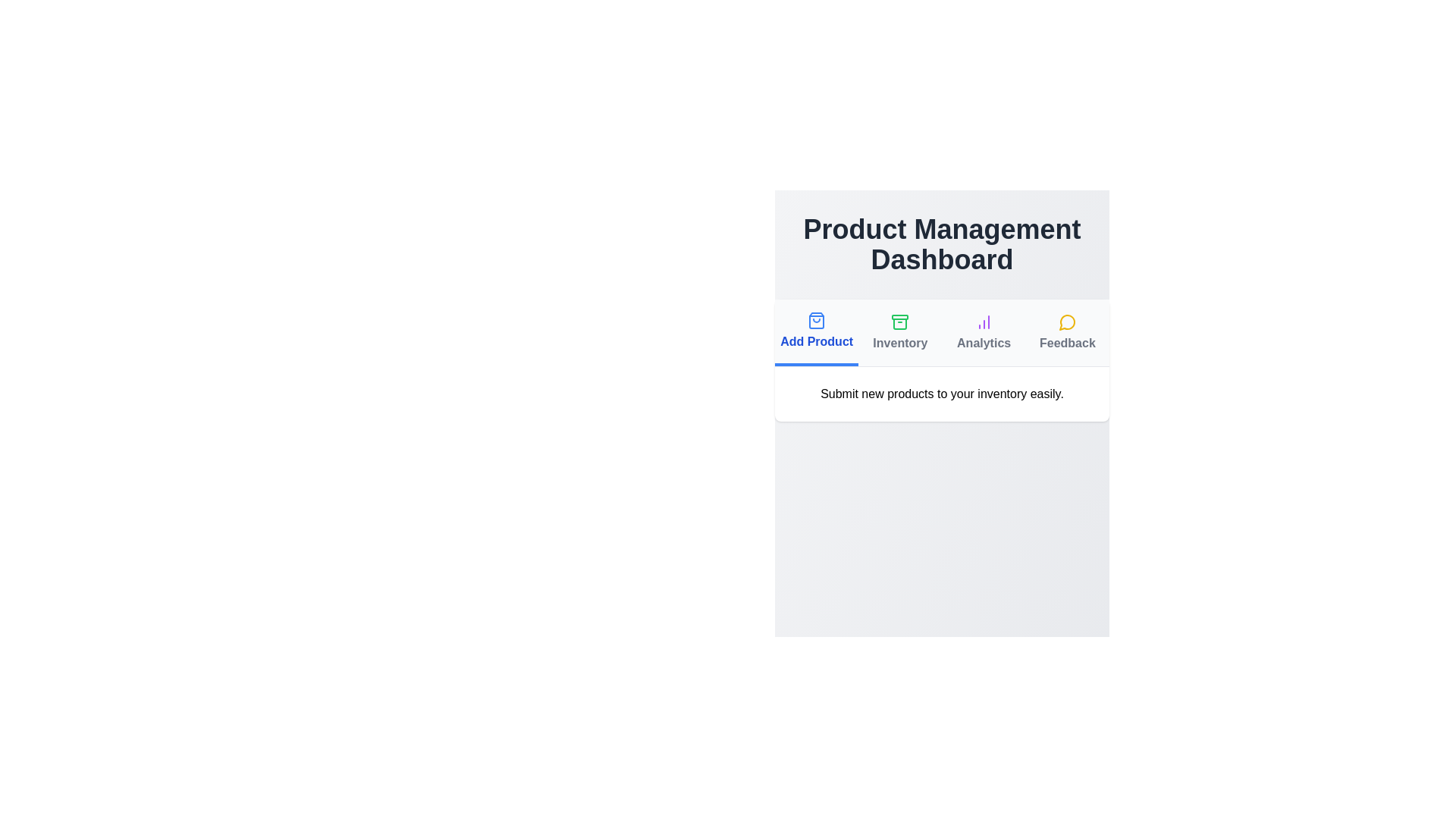  Describe the element at coordinates (900, 332) in the screenshot. I see `the second navigation button labeled 'Inventory' located under 'Product Management Dashboard'` at that location.